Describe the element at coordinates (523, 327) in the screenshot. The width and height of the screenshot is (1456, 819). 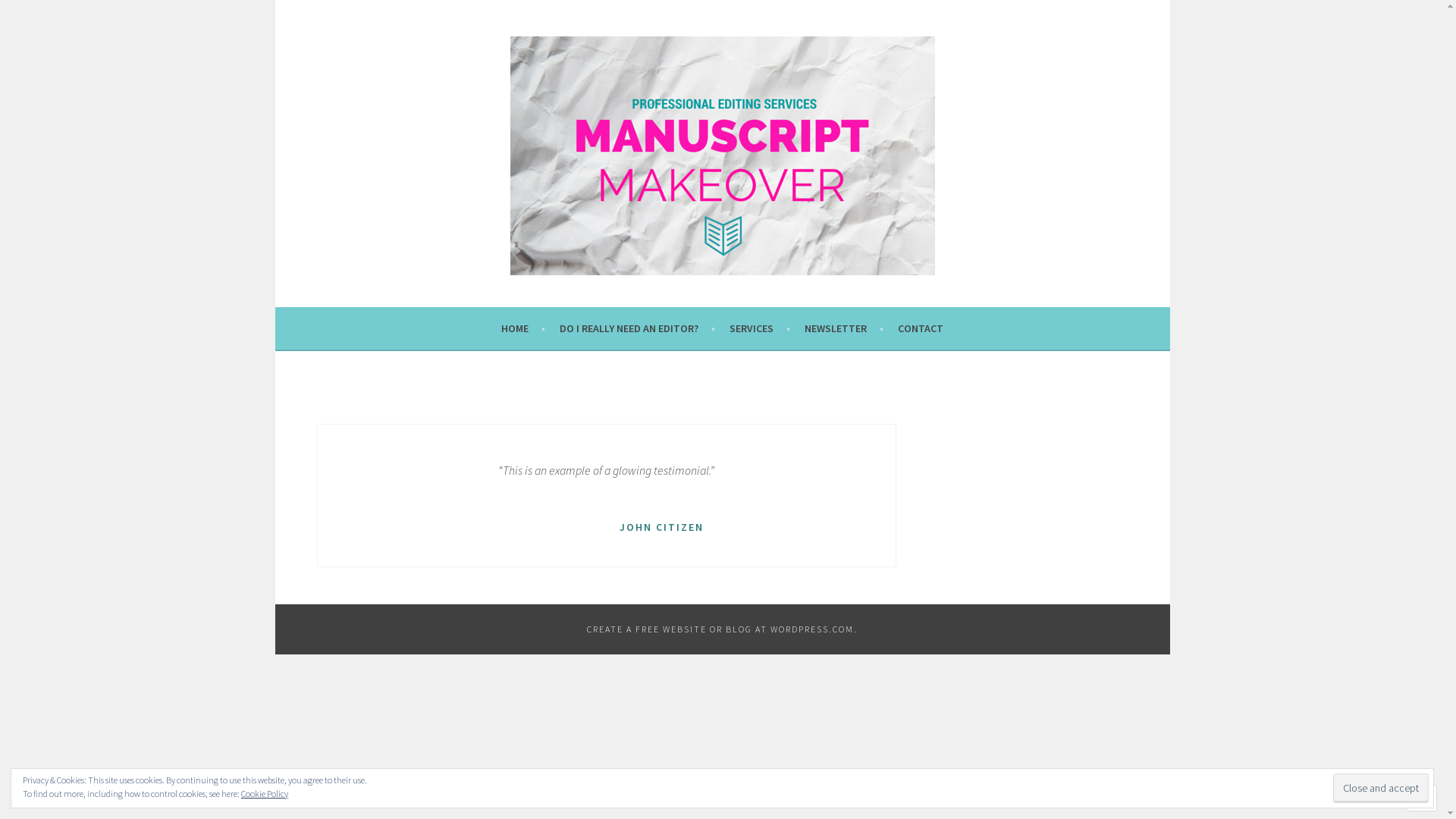
I see `'HOME'` at that location.